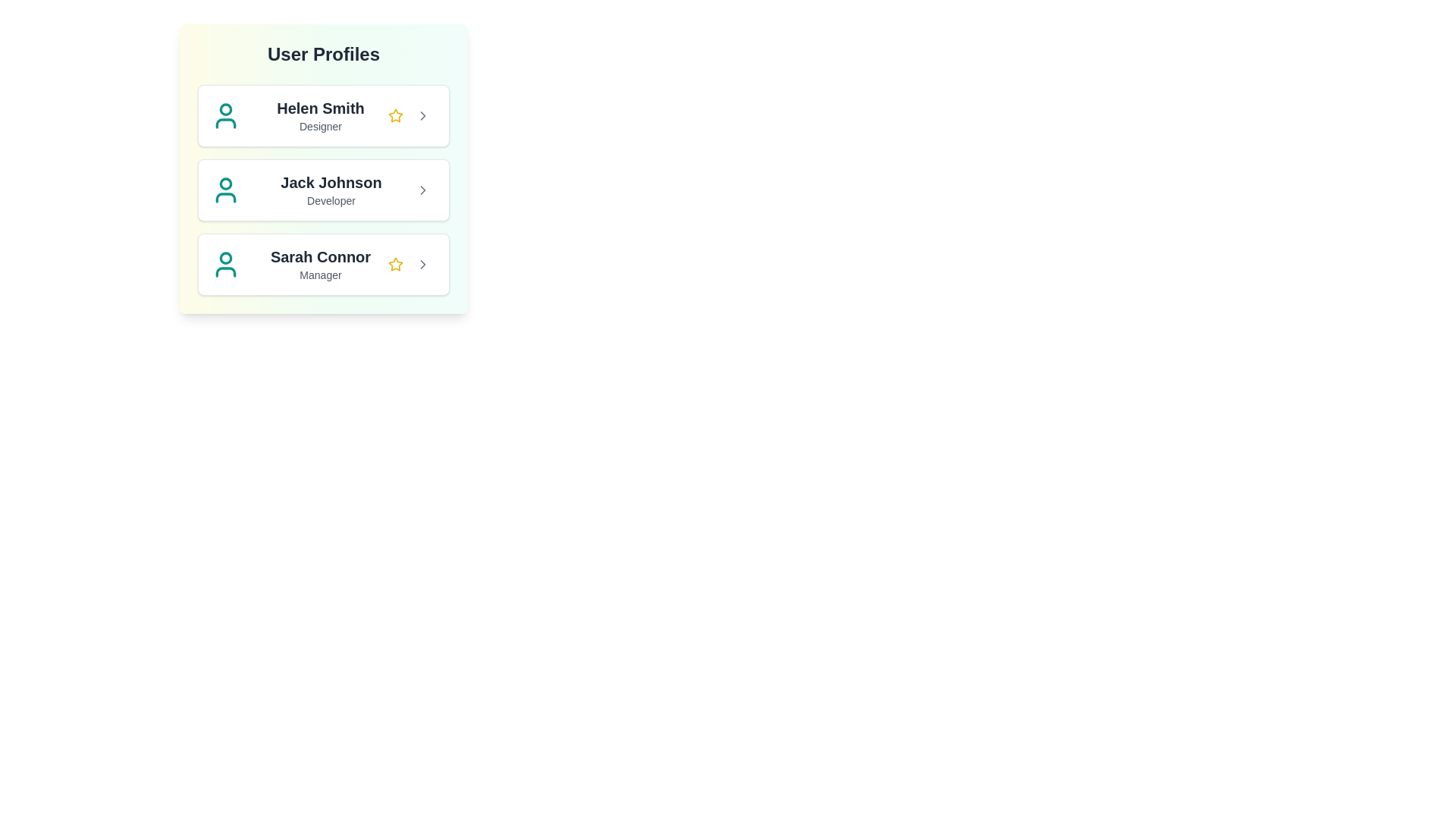 The width and height of the screenshot is (1456, 819). I want to click on the profile icon for Sarah Connor, so click(224, 263).